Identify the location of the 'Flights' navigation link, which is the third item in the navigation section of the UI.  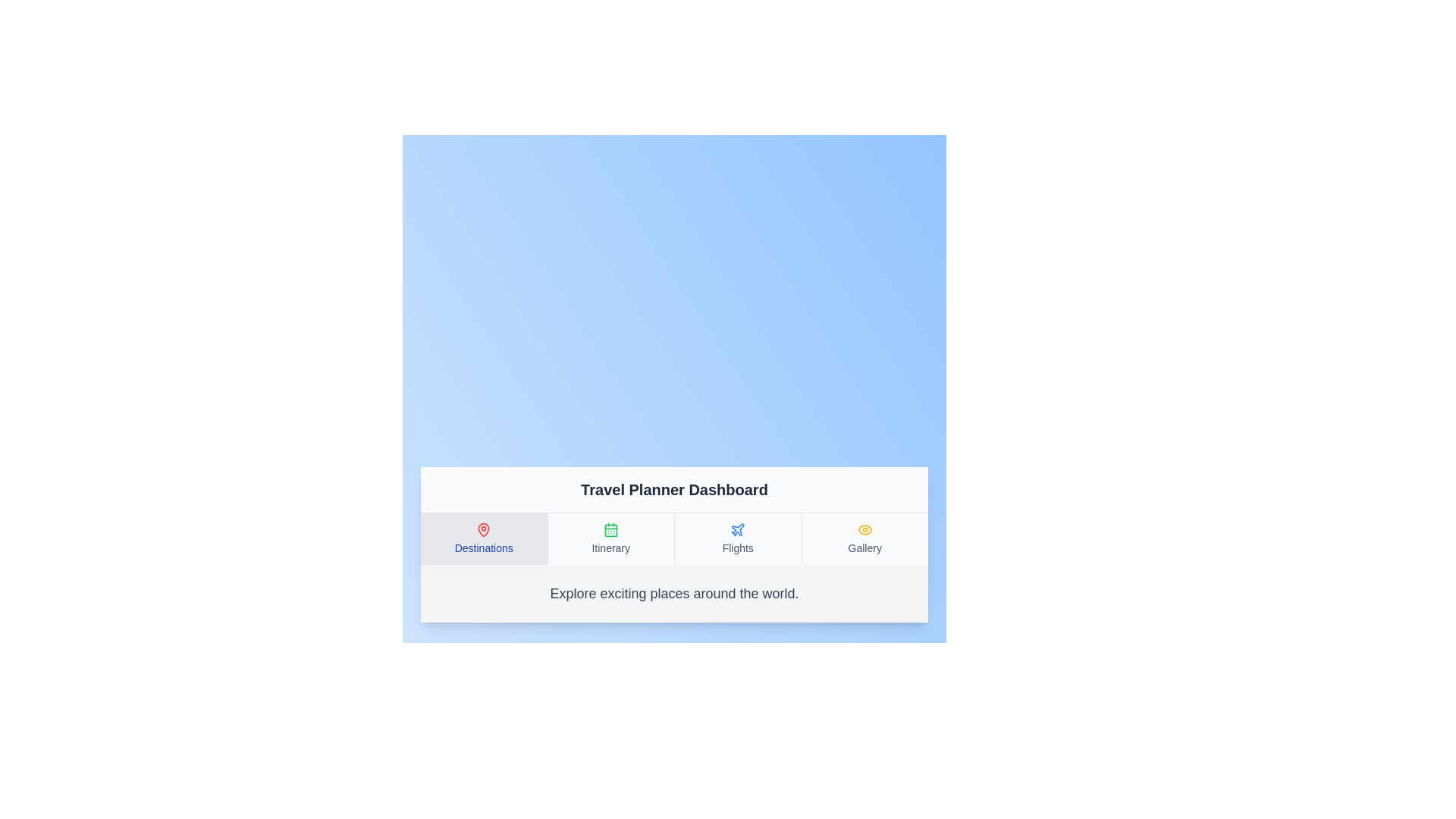
(738, 538).